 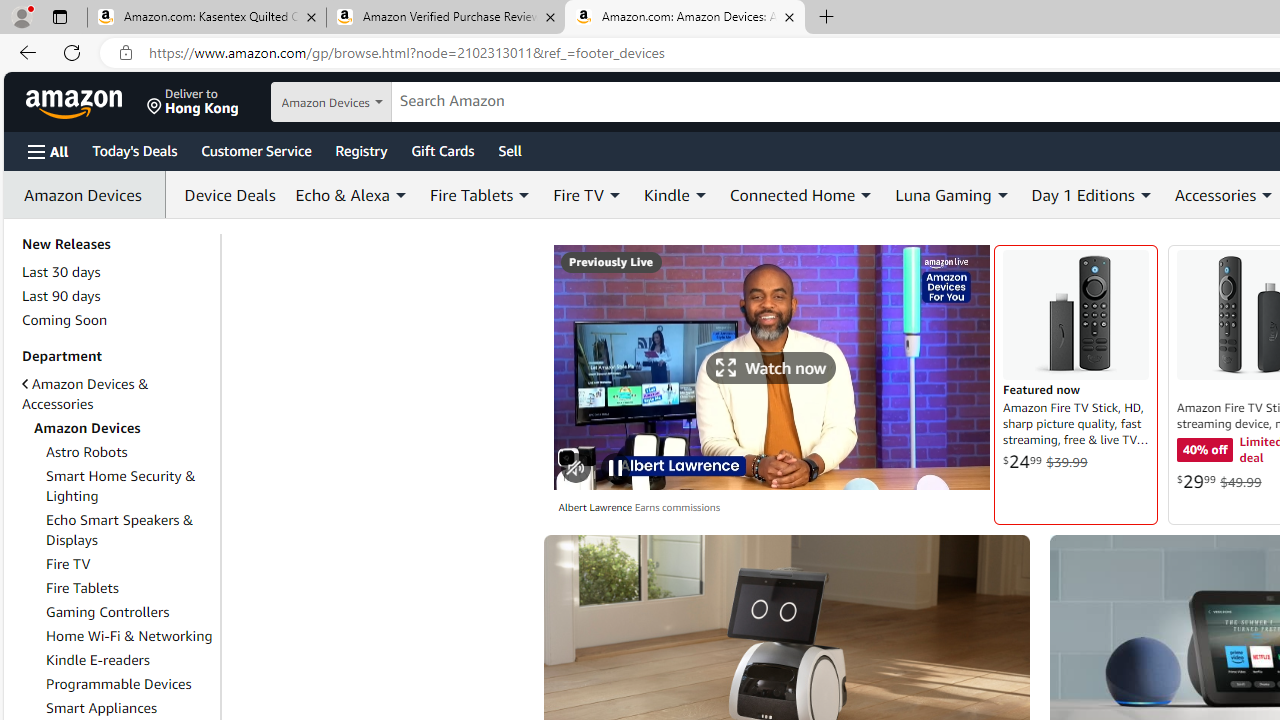 What do you see at coordinates (770, 367) in the screenshot?
I see `'Tap Watch now to see broadcast in immersive view'` at bounding box center [770, 367].